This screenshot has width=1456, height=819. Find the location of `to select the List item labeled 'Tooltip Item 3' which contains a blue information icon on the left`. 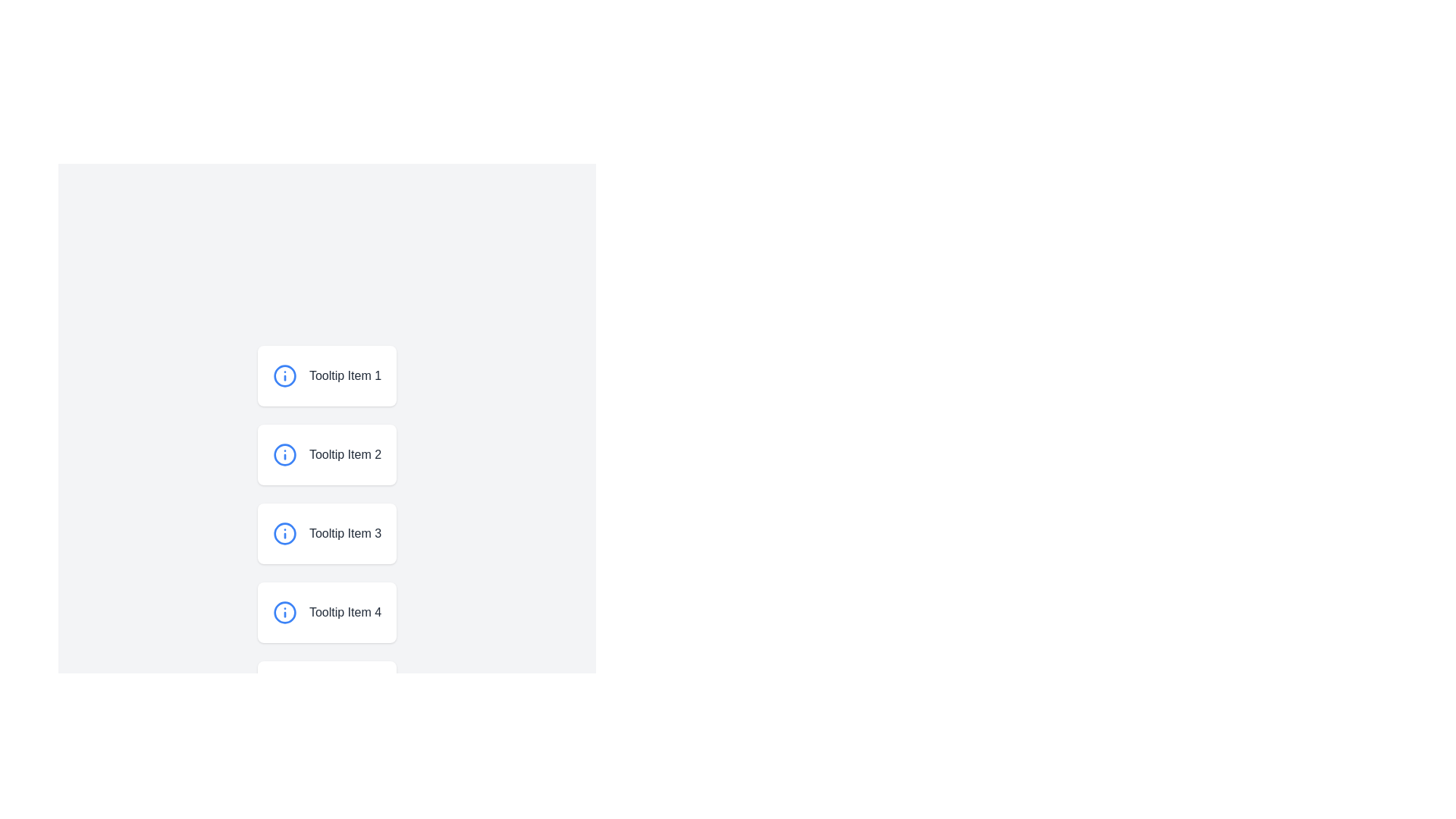

to select the List item labeled 'Tooltip Item 3' which contains a blue information icon on the left is located at coordinates (326, 533).